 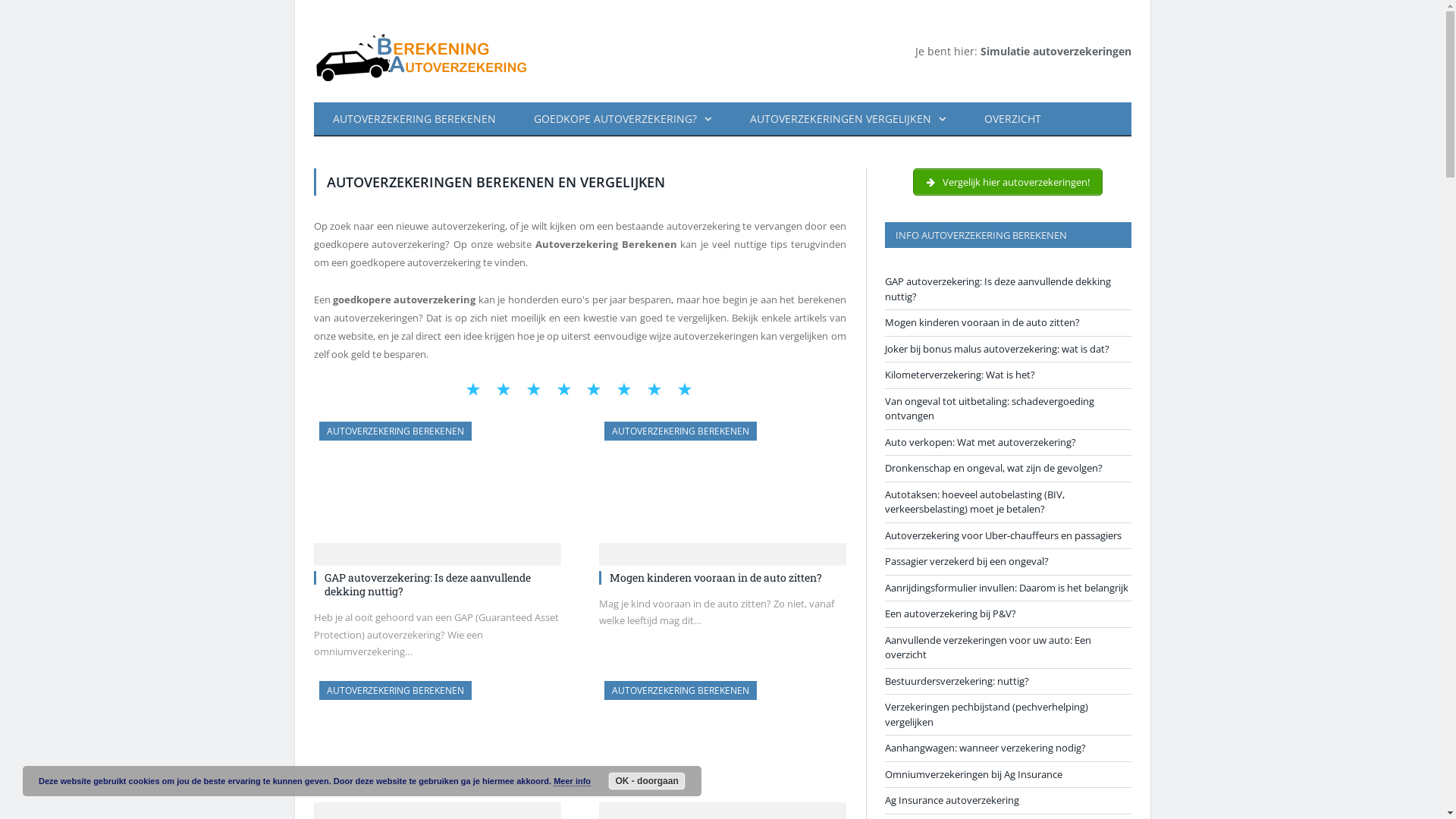 What do you see at coordinates (571, 781) in the screenshot?
I see `'Meer info'` at bounding box center [571, 781].